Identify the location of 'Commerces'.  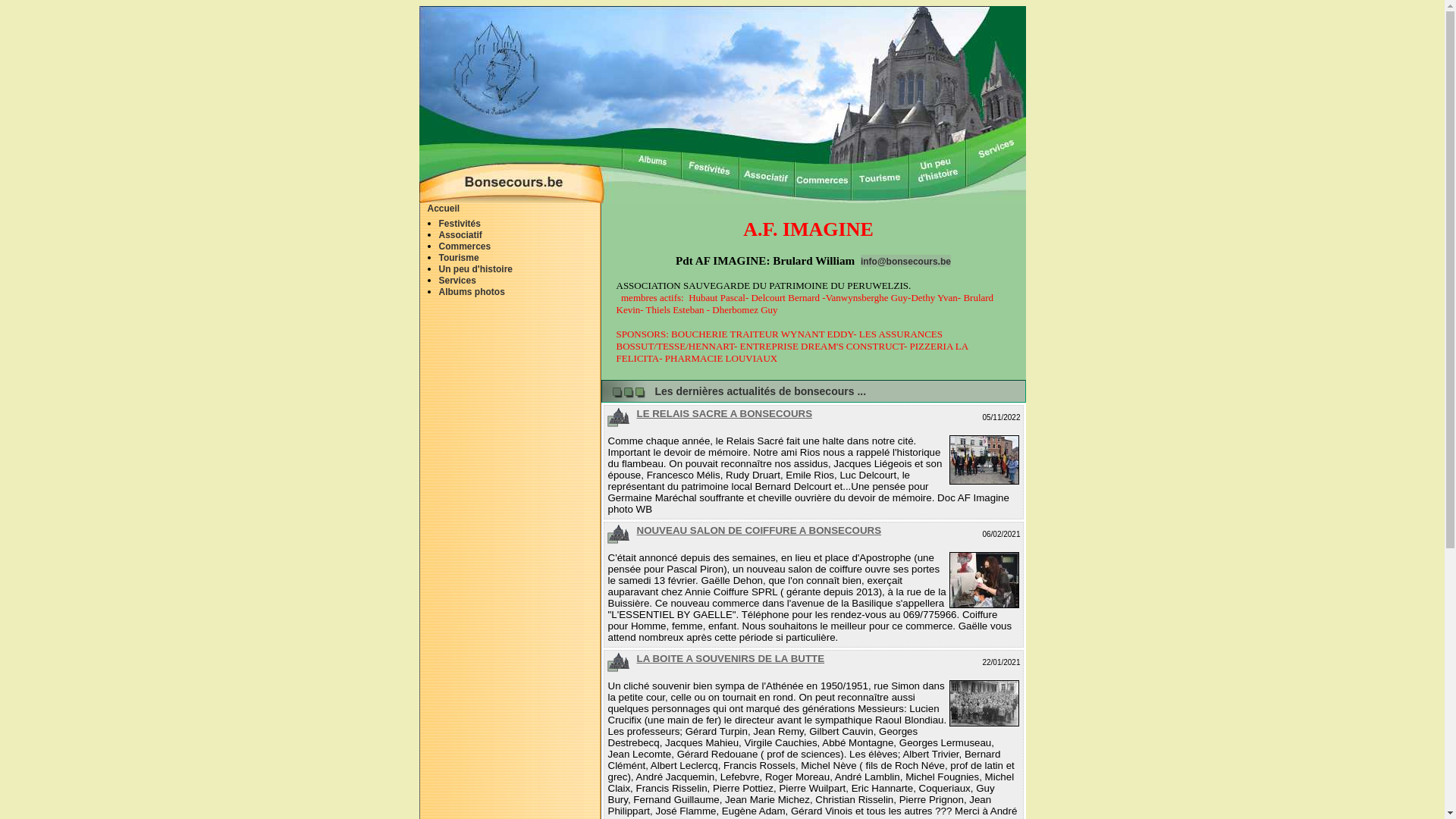
(463, 245).